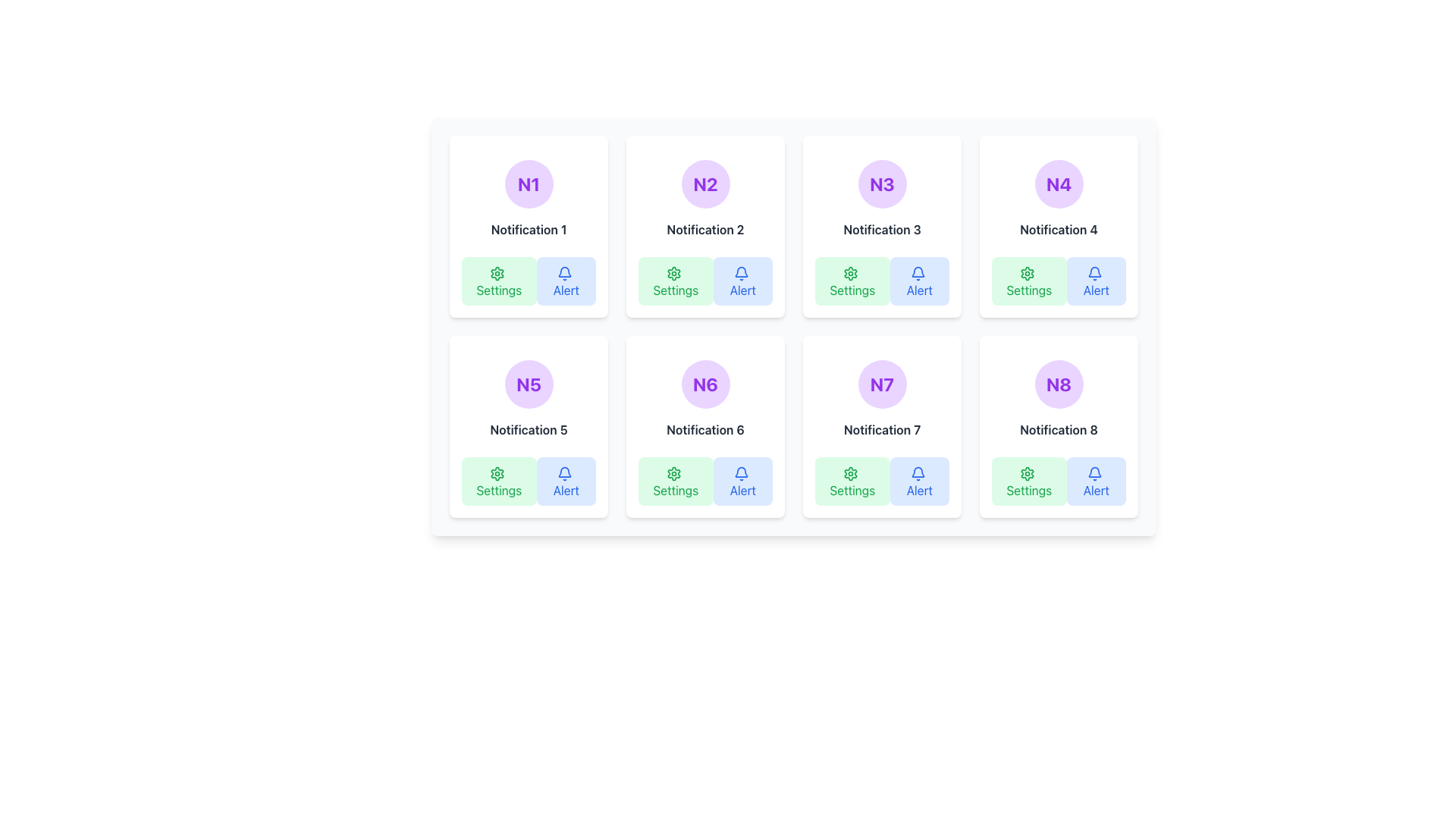 The height and width of the screenshot is (819, 1456). I want to click on the 'Alert' button that contains the blue outline bell icon, which is positioned to the left of the text 'Alert' in the card titled 'Notification 2', so click(741, 273).